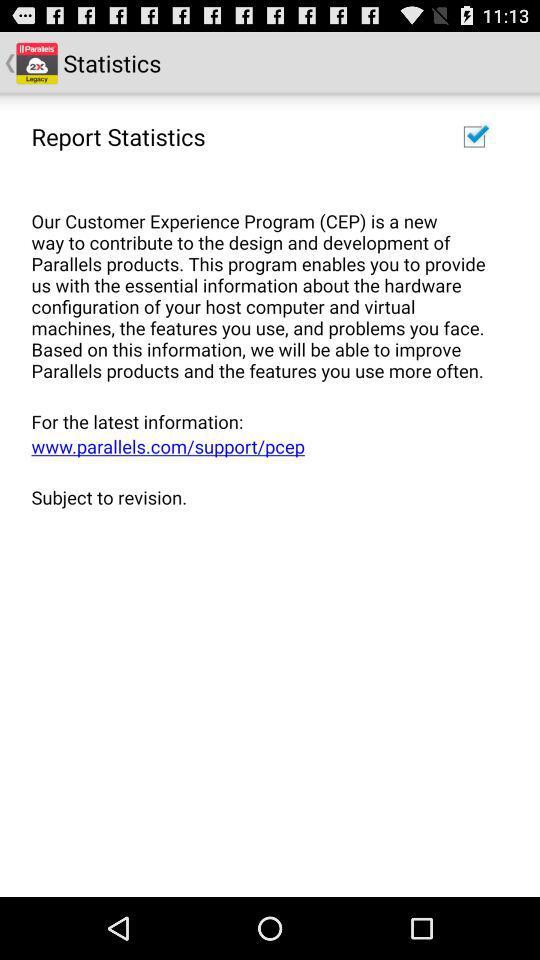  I want to click on the icon above for the latest, so click(263, 284).